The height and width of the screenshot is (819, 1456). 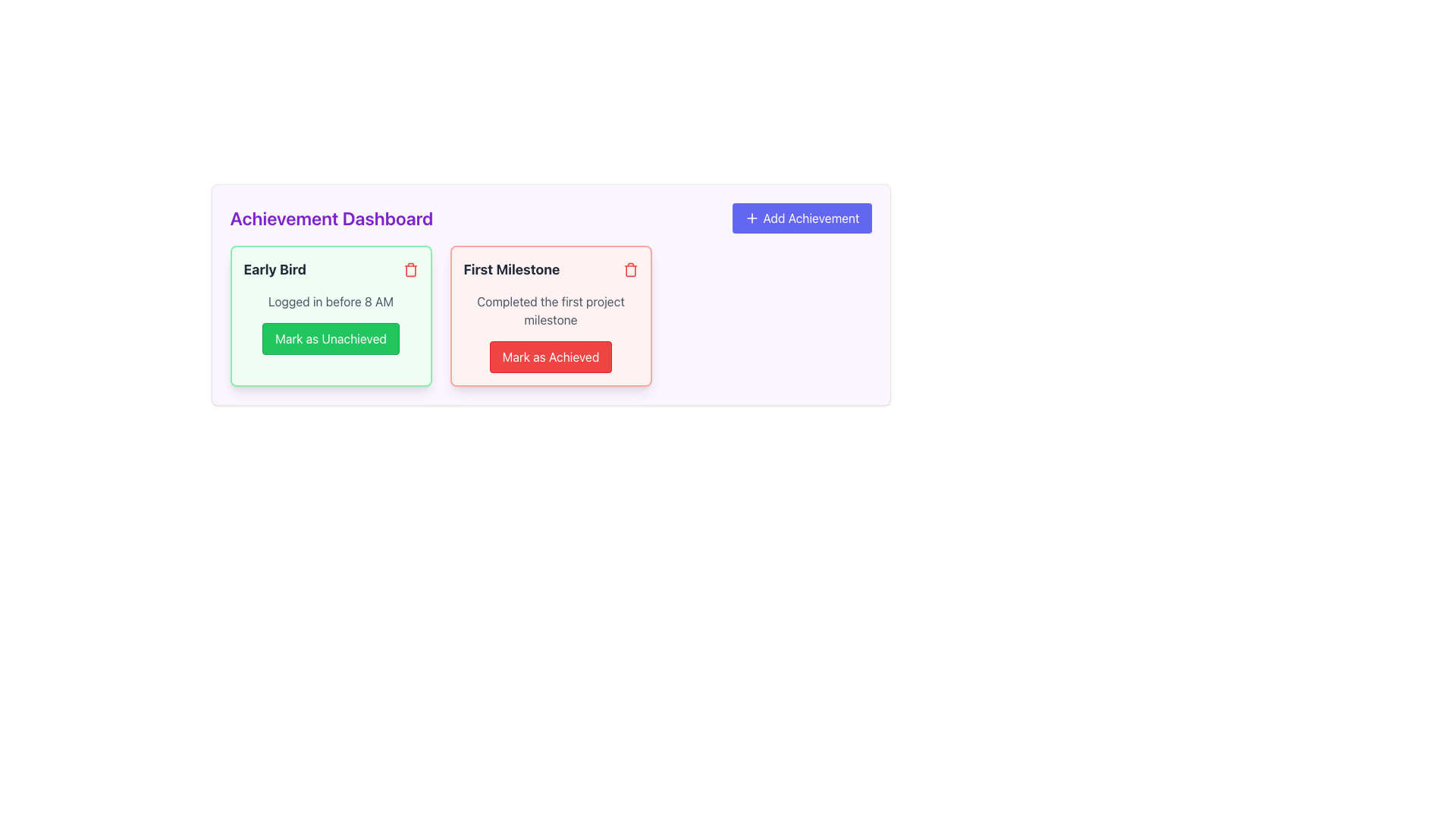 I want to click on the red trash icon located in the top-right corner of the 'Early Bird' card, so click(x=410, y=268).